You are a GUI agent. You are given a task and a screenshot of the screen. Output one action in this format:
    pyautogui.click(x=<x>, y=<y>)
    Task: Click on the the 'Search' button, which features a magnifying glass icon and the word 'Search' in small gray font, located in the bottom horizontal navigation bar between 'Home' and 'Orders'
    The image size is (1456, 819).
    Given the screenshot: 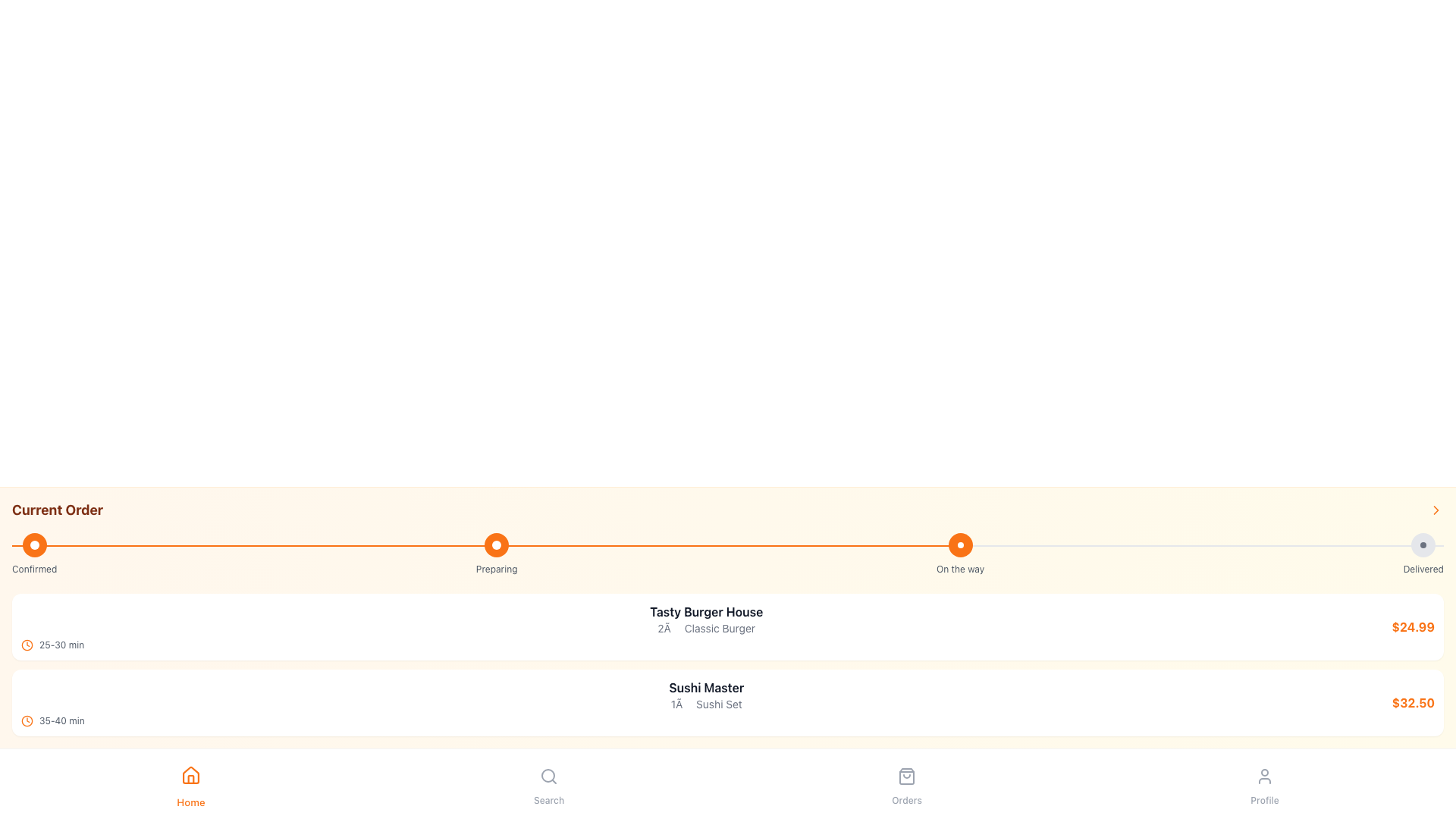 What is the action you would take?
    pyautogui.click(x=548, y=783)
    